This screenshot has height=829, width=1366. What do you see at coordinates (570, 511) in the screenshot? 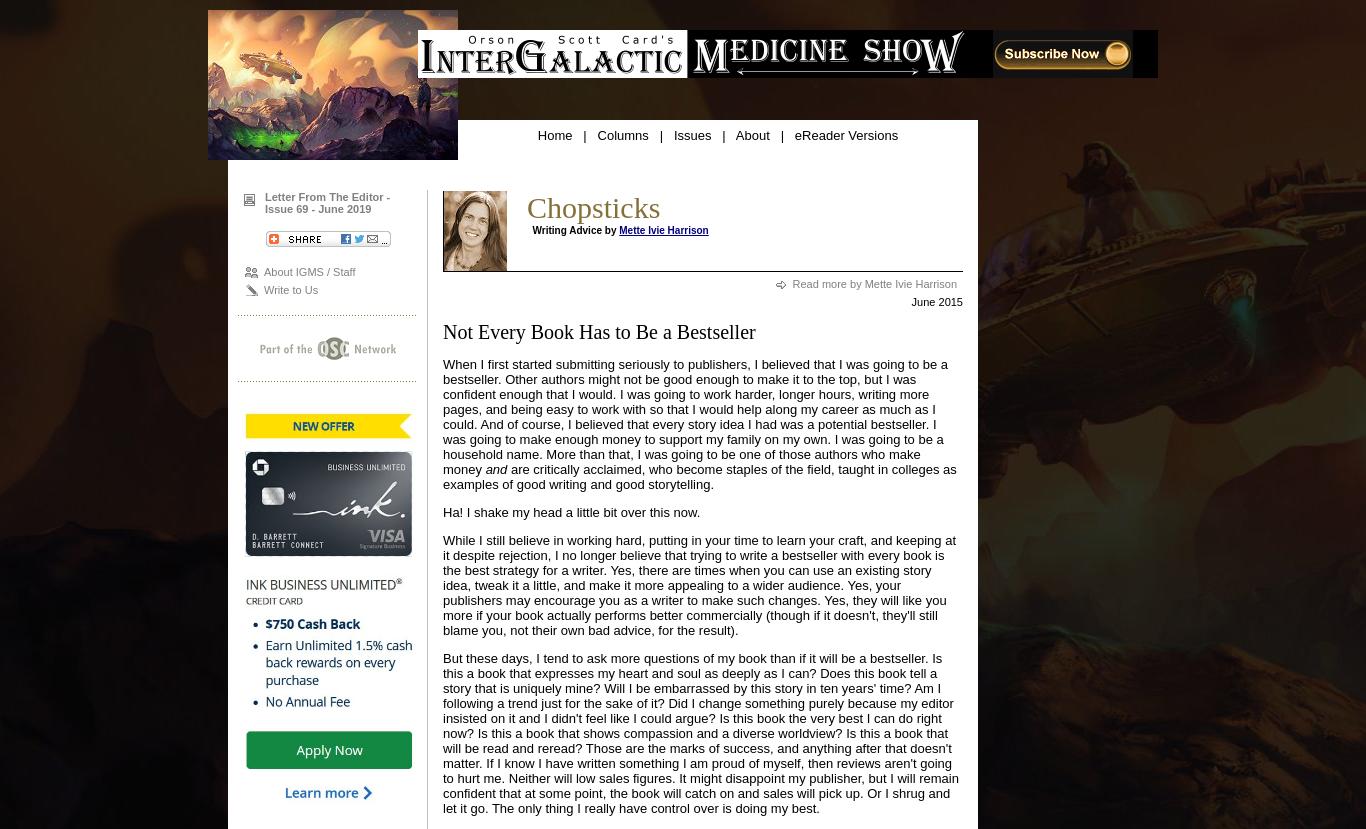
I see `'Ha! I shake my head a little bit over this now.'` at bounding box center [570, 511].